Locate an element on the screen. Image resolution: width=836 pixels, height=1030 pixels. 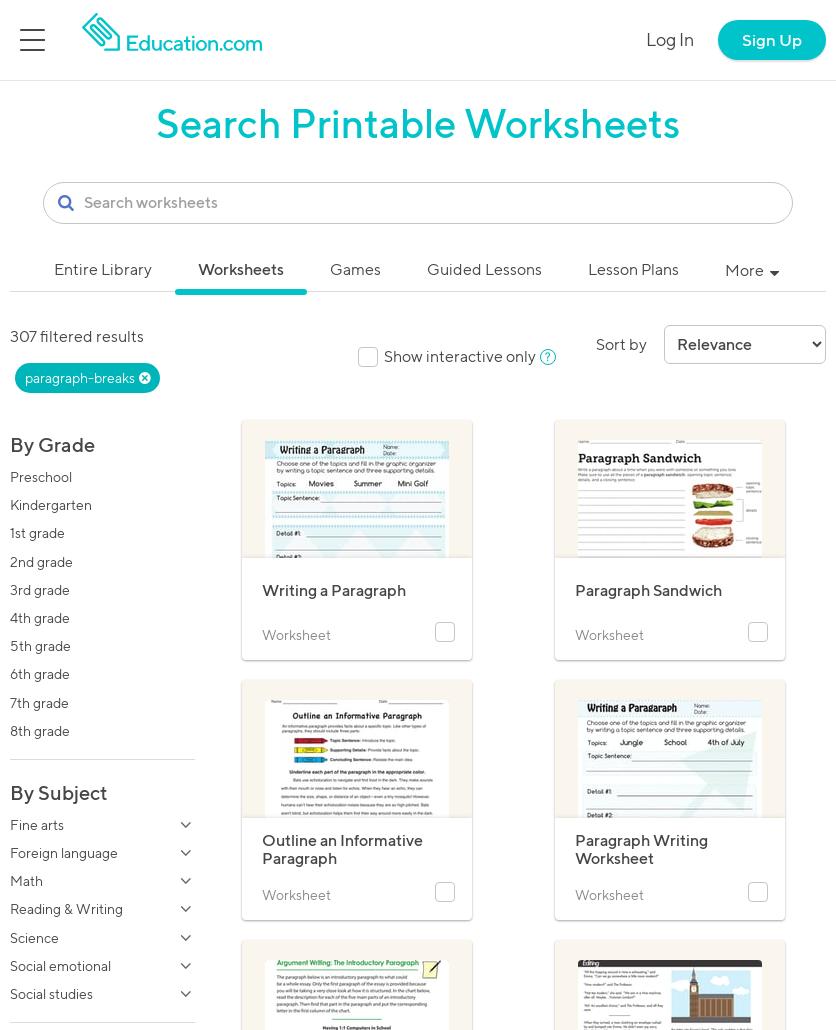
'Sign Up' is located at coordinates (770, 39).